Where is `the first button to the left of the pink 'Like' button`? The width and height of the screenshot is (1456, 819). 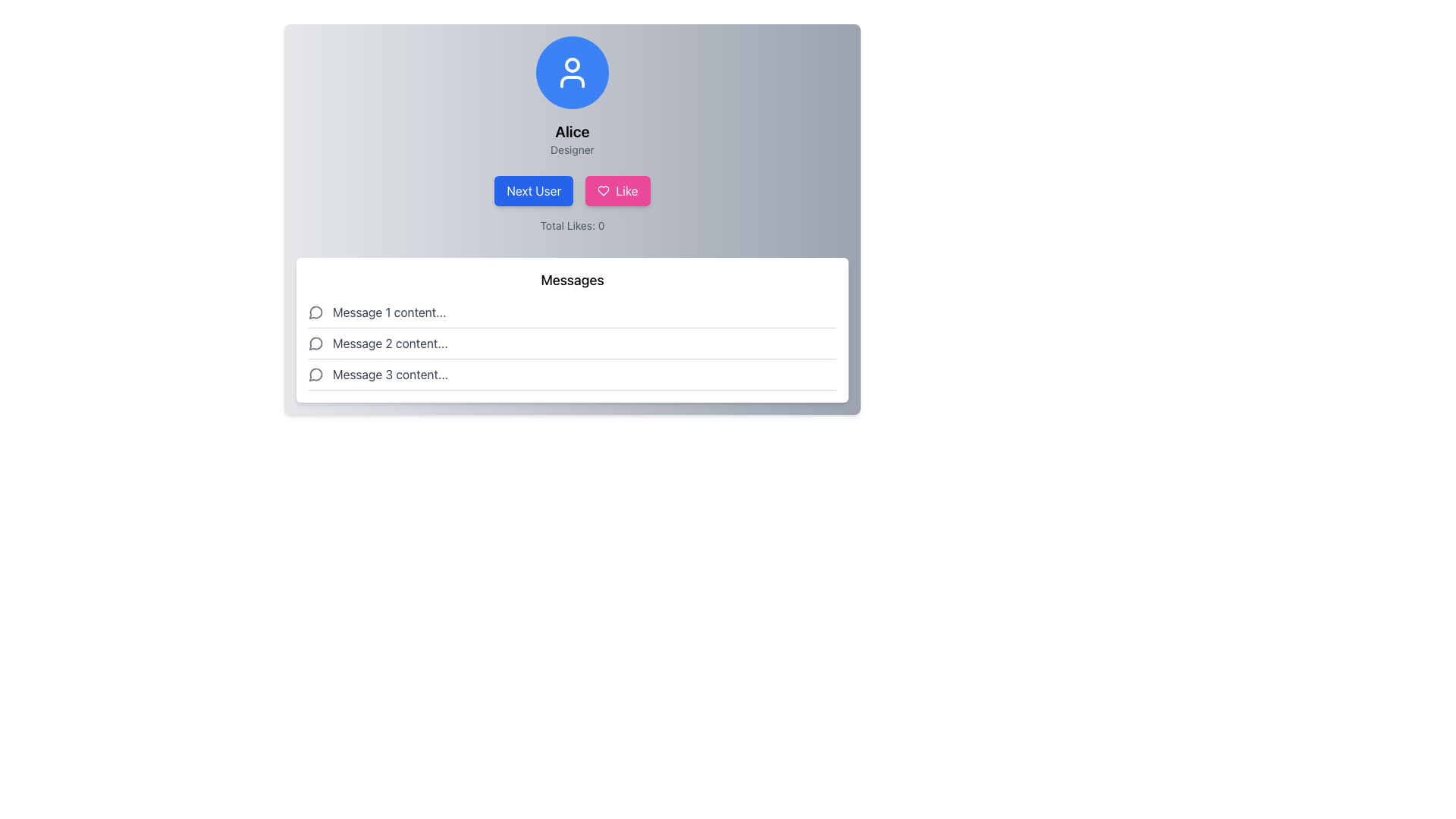
the first button to the left of the pink 'Like' button is located at coordinates (534, 190).